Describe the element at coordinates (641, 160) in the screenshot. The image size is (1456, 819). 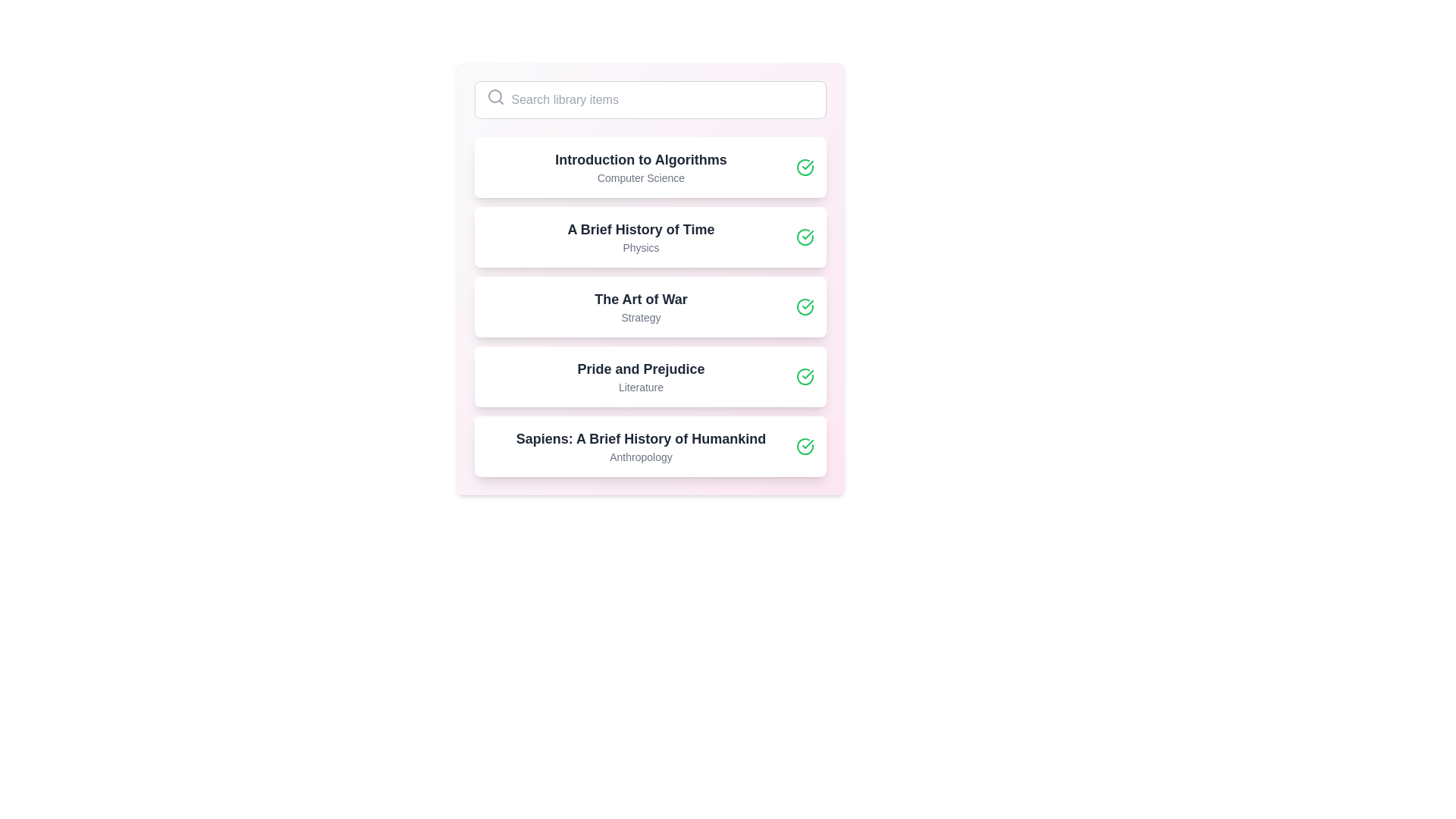
I see `the text label 'Introduction to Algorithms' which is styled in a bold, large font and located at the top of a list of items in the main content area` at that location.